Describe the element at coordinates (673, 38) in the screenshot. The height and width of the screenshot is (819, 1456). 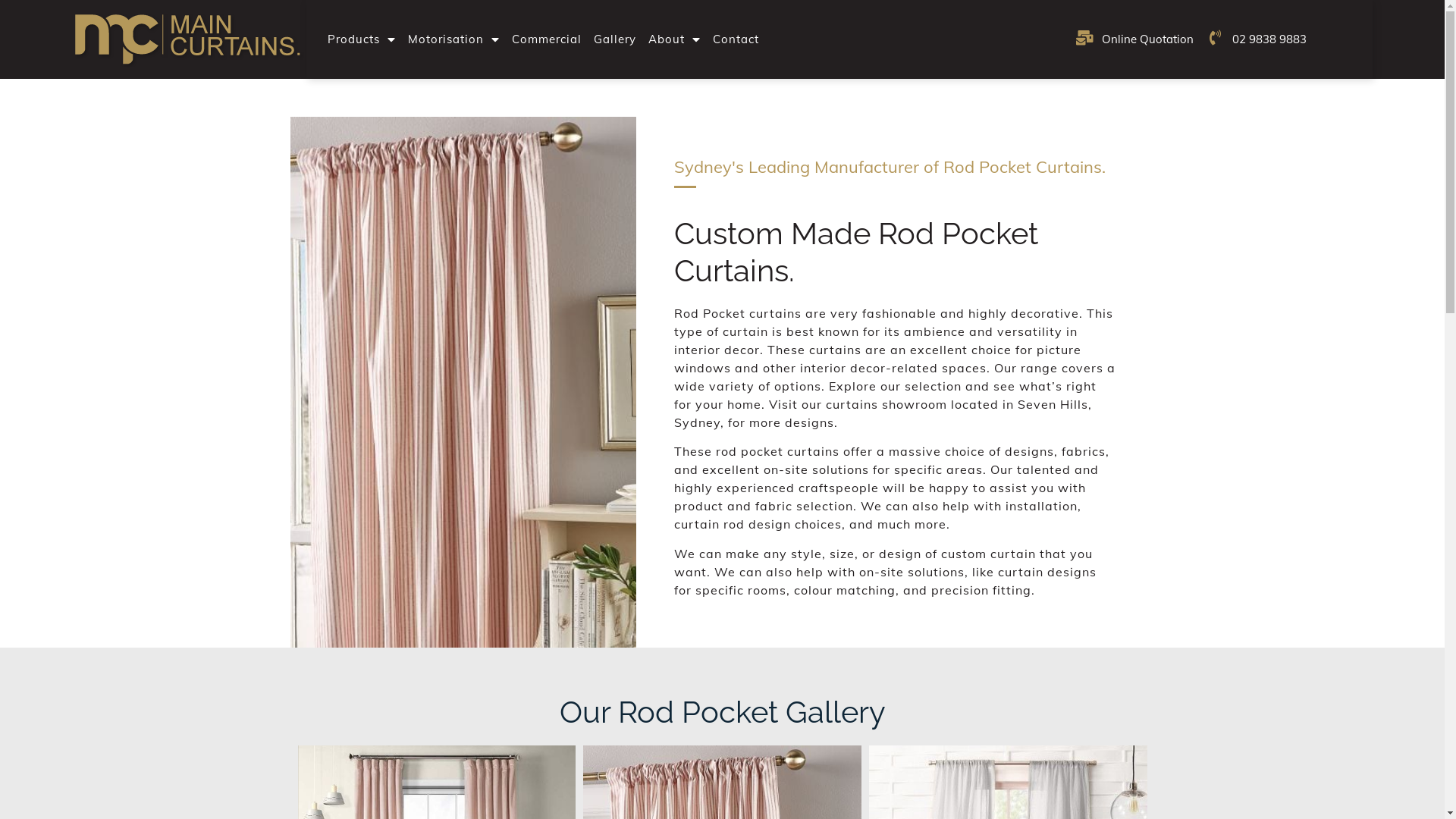
I see `'About'` at that location.